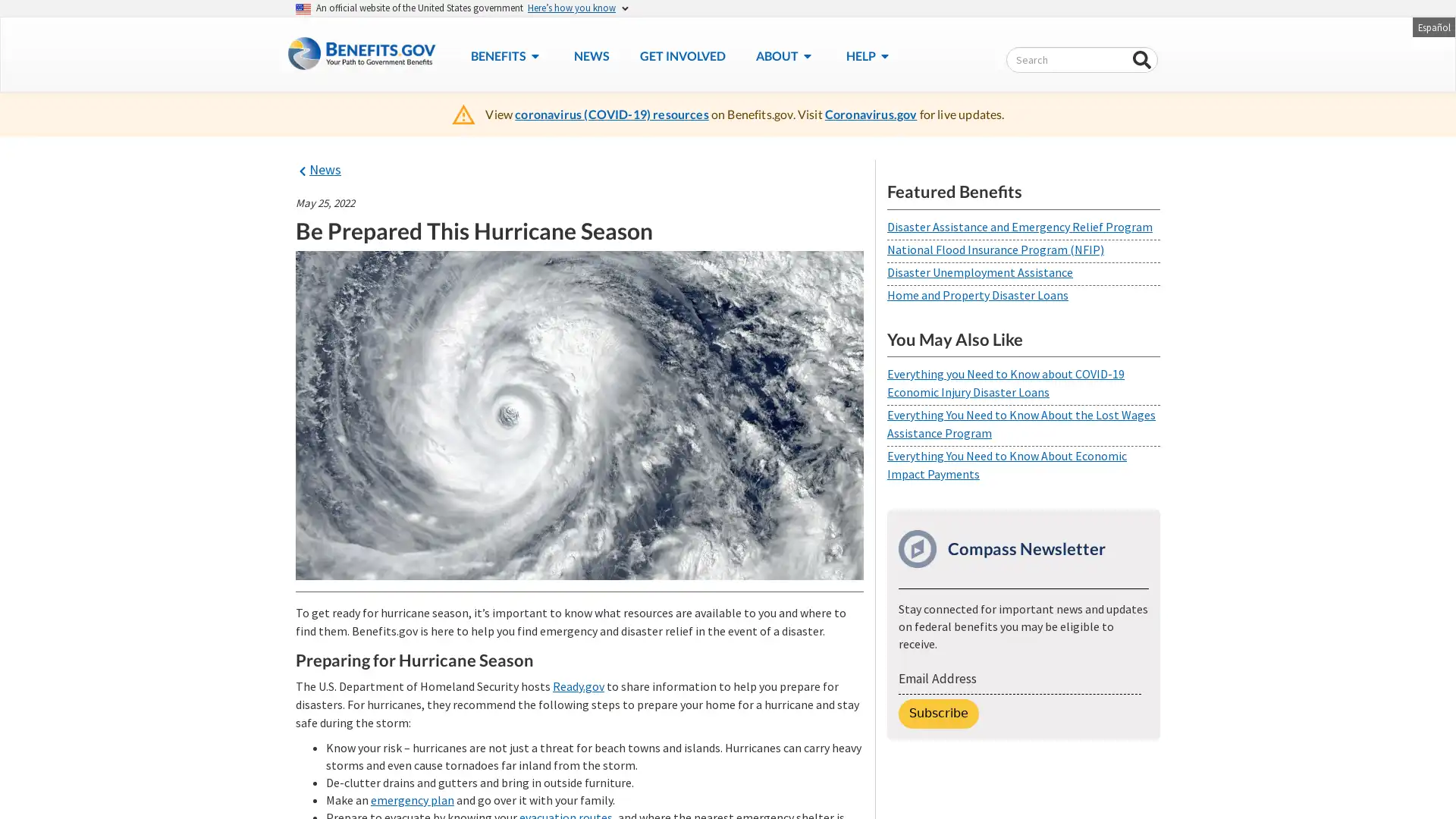 This screenshot has width=1456, height=819. I want to click on NEWS, so click(590, 55).